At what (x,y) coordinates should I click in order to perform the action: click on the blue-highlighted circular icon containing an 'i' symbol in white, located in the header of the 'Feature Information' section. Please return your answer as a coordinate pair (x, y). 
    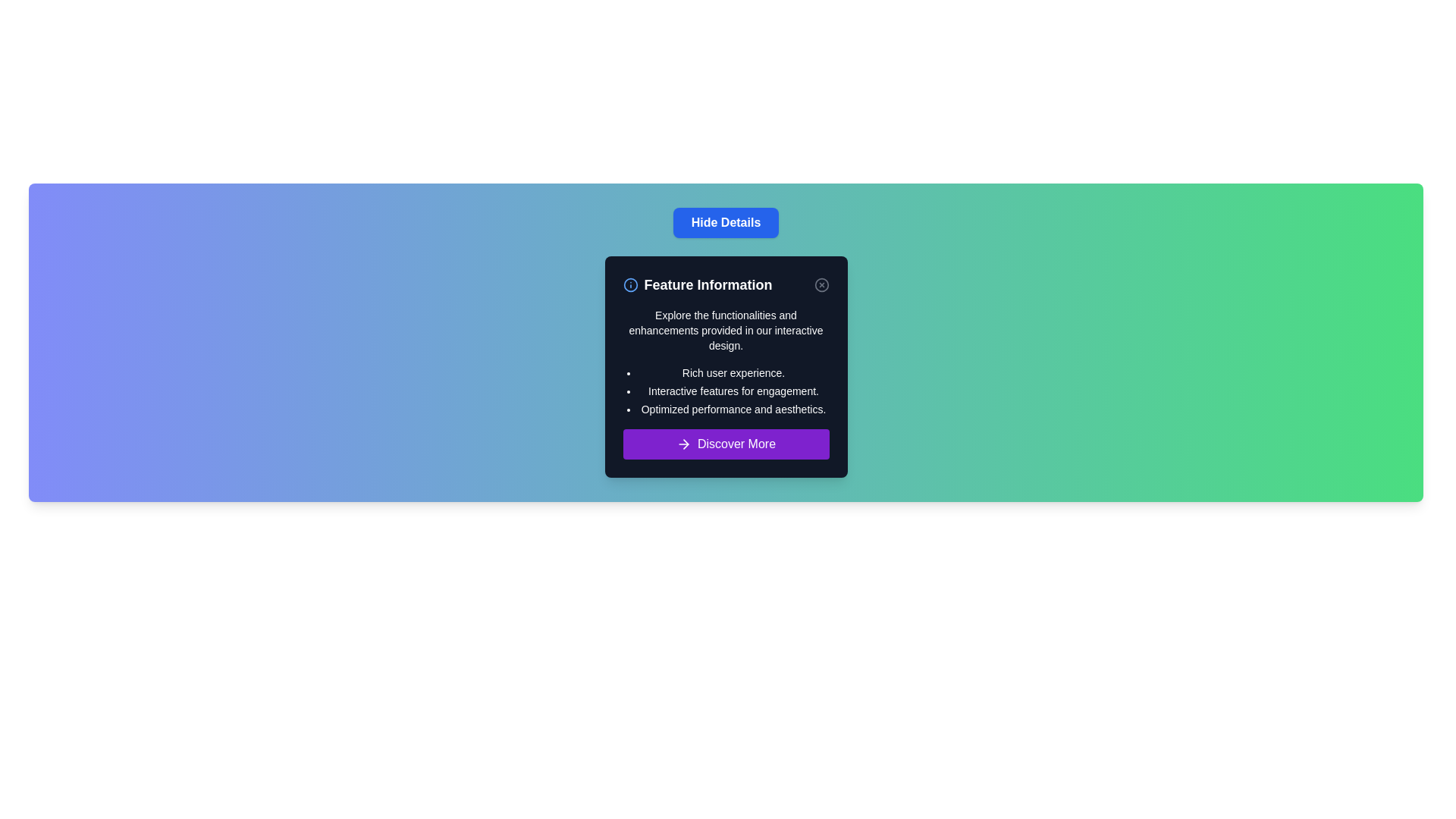
    Looking at the image, I should click on (630, 284).